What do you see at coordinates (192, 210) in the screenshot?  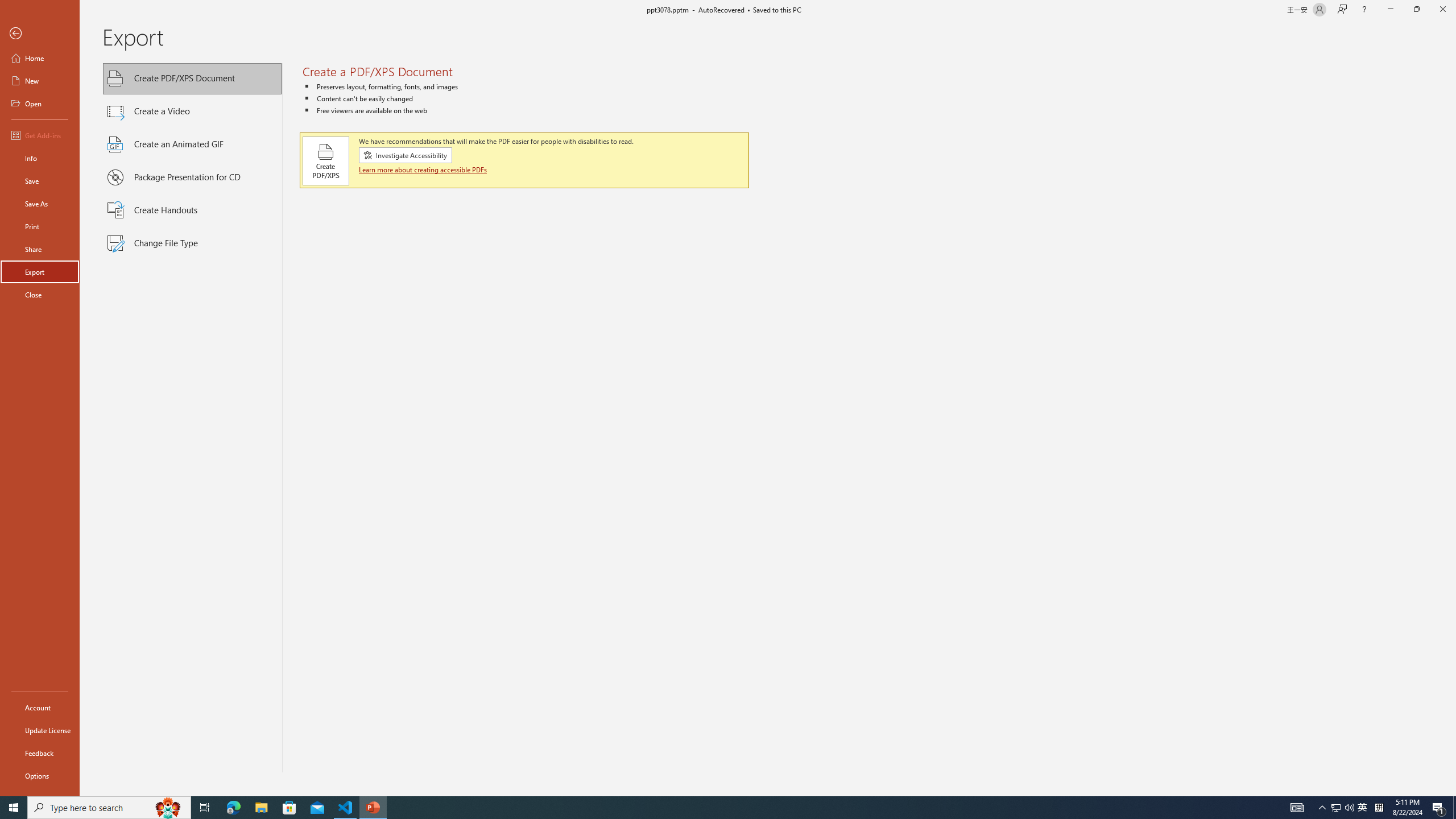 I see `'Create Handouts'` at bounding box center [192, 210].